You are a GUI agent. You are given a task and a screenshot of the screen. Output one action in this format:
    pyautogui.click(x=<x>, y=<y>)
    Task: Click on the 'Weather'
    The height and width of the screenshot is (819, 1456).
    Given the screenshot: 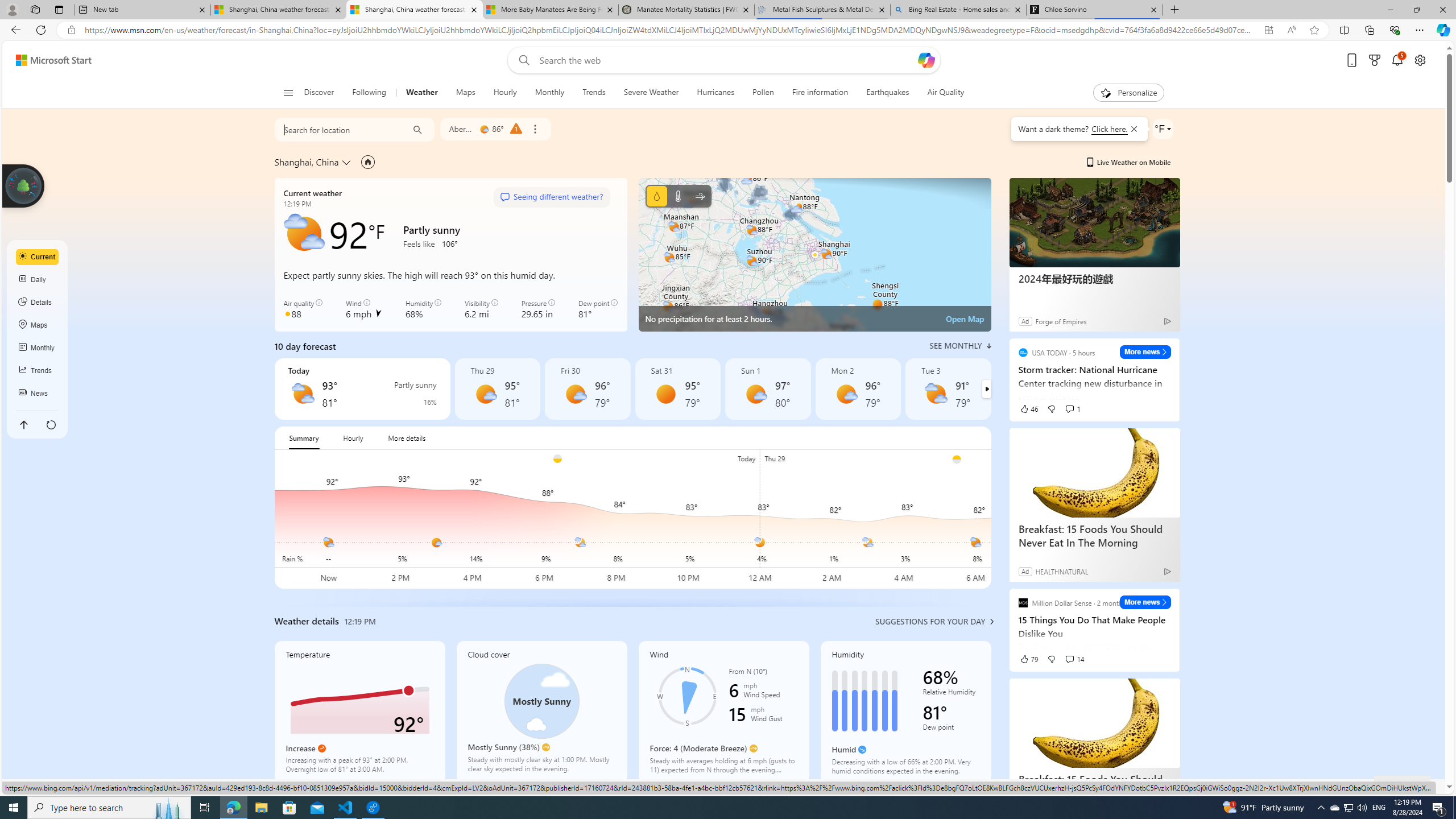 What is the action you would take?
    pyautogui.click(x=421, y=92)
    